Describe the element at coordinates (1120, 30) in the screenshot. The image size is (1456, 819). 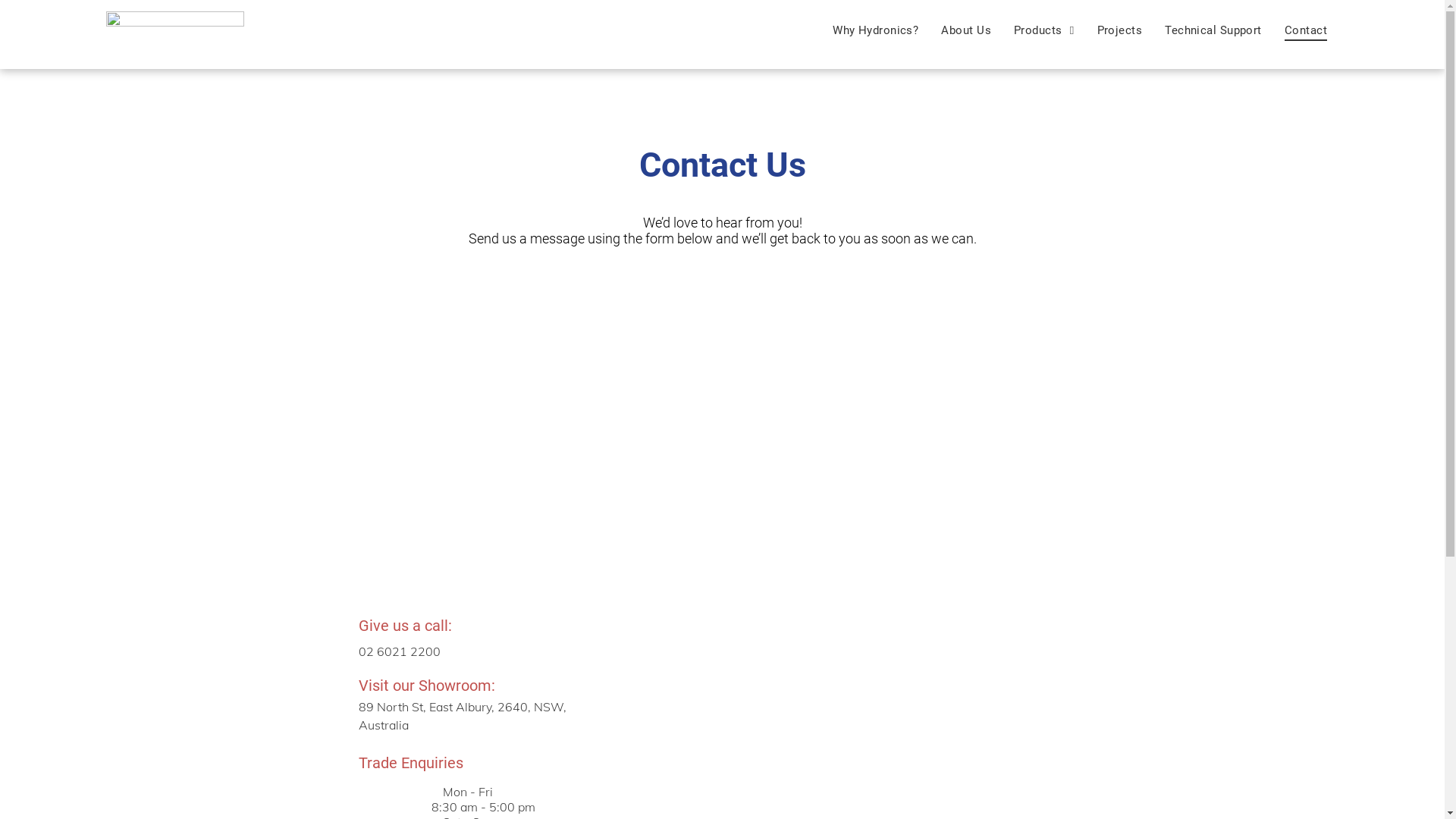
I see `'Projects'` at that location.